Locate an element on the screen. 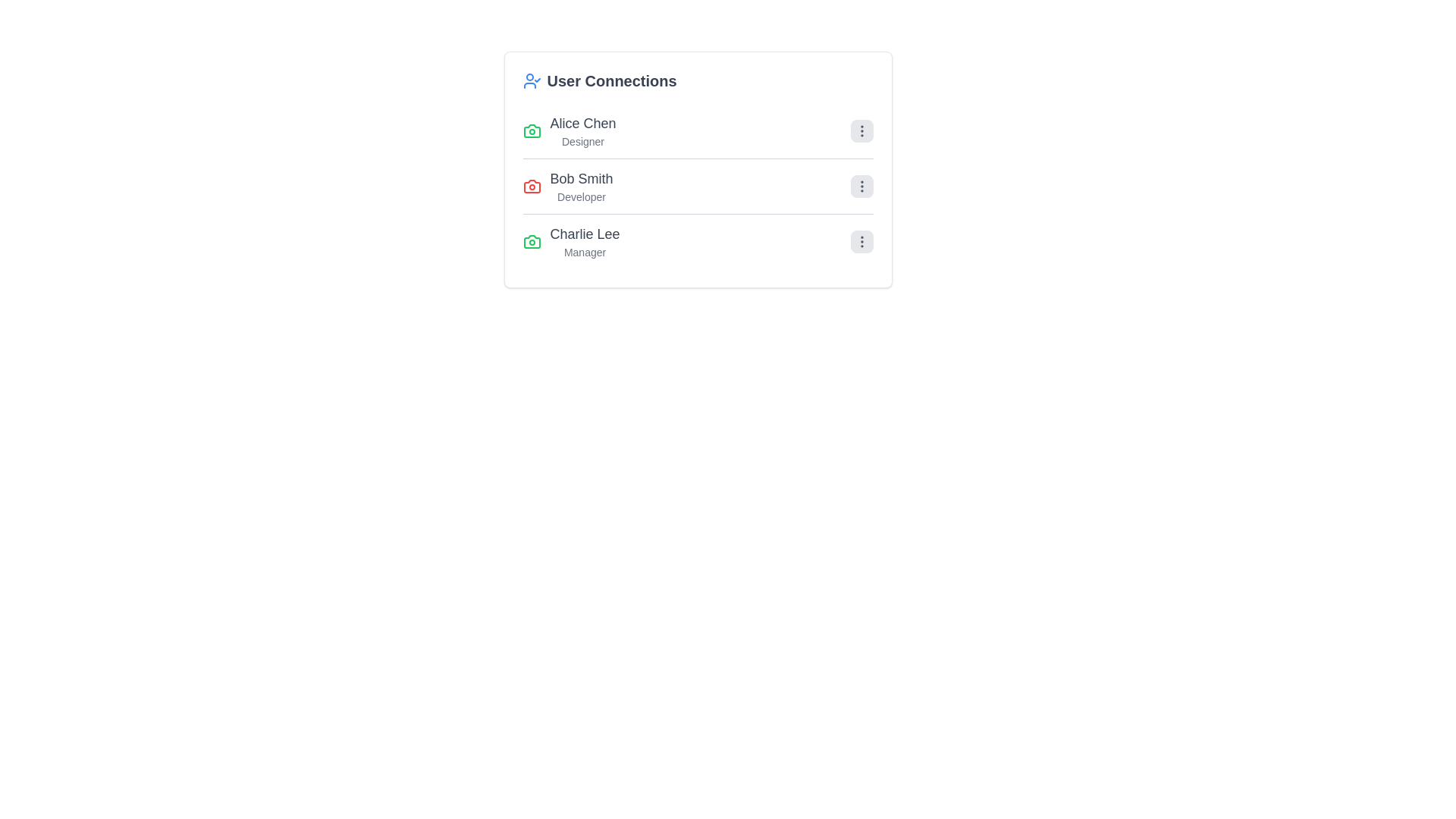 The height and width of the screenshot is (819, 1456). the camera icon with a green outline next to 'Alice Chen Designer' in the 'User Connections' section is located at coordinates (532, 130).